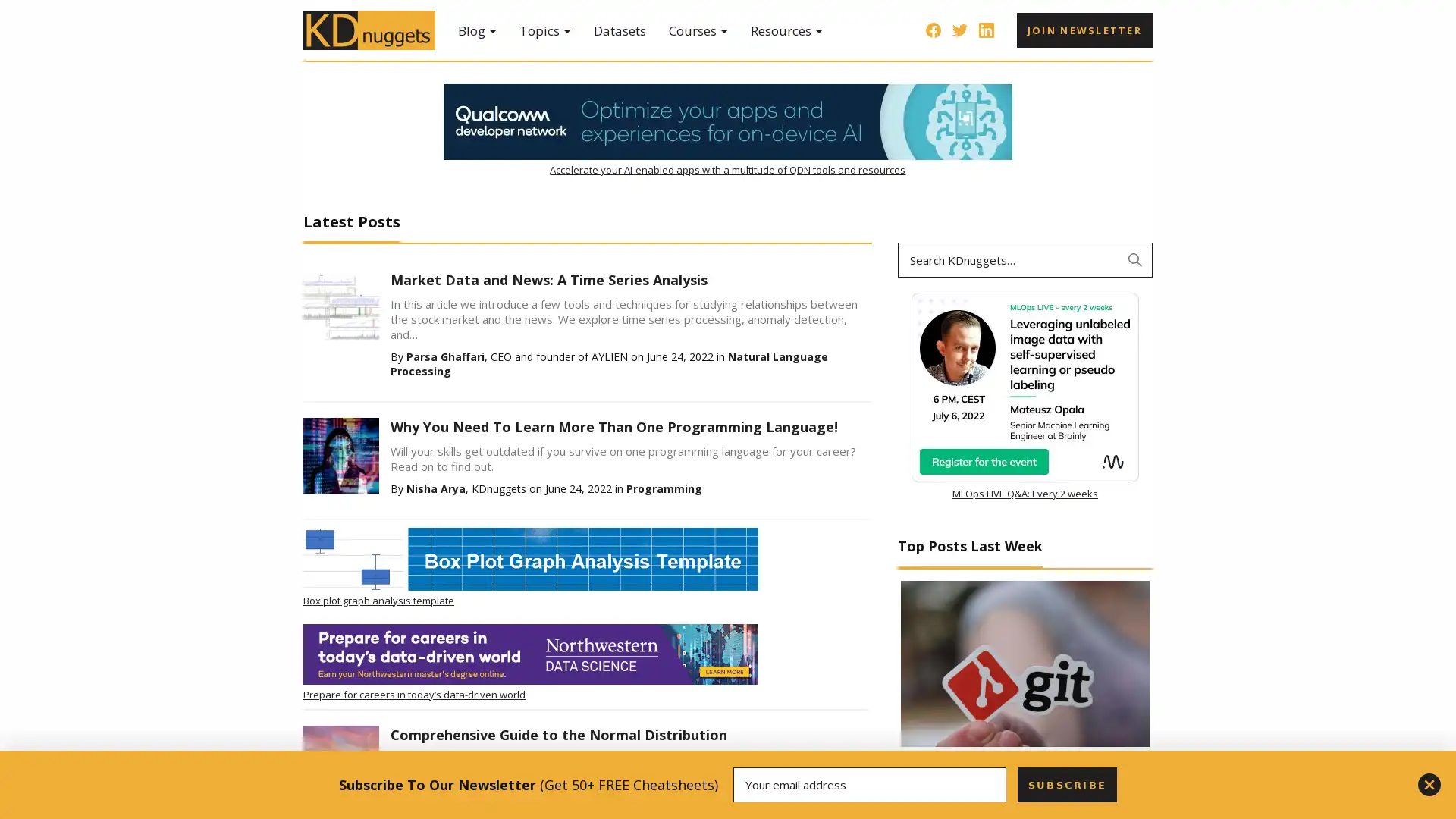  Describe the element at coordinates (1065, 784) in the screenshot. I see `Subscribe` at that location.